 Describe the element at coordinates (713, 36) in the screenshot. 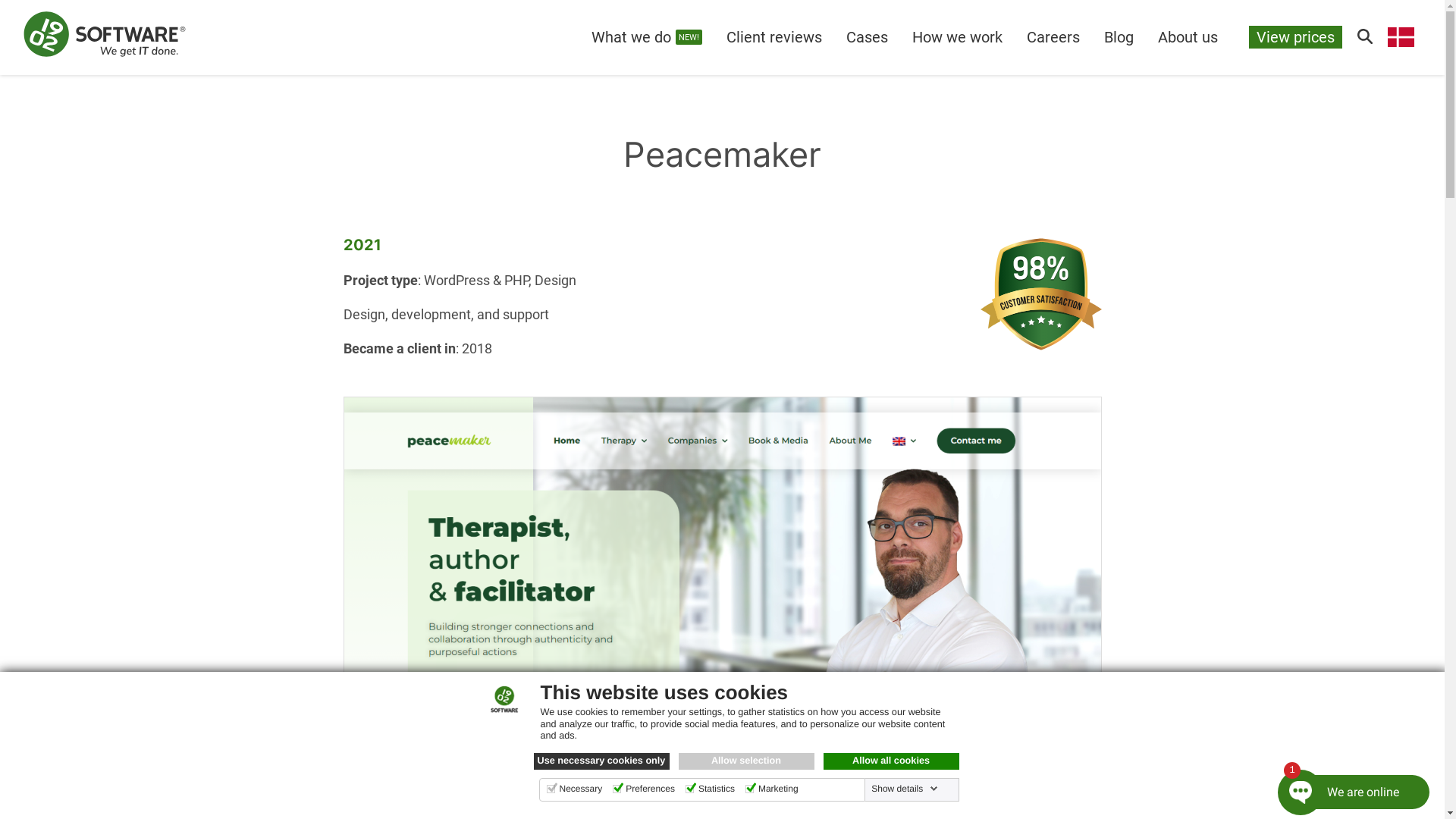

I see `'Client reviews'` at that location.